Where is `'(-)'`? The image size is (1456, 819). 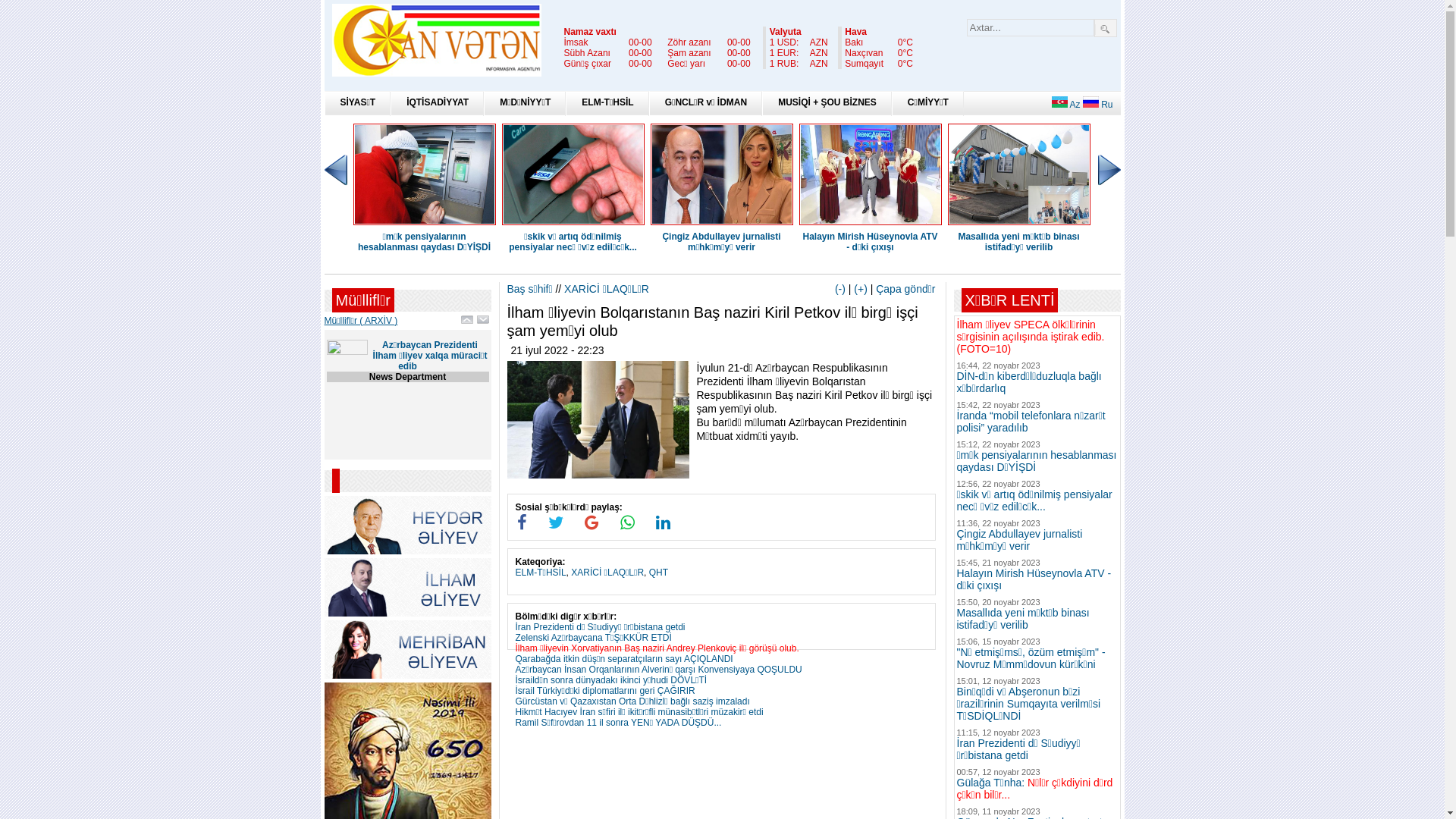 '(-)' is located at coordinates (839, 289).